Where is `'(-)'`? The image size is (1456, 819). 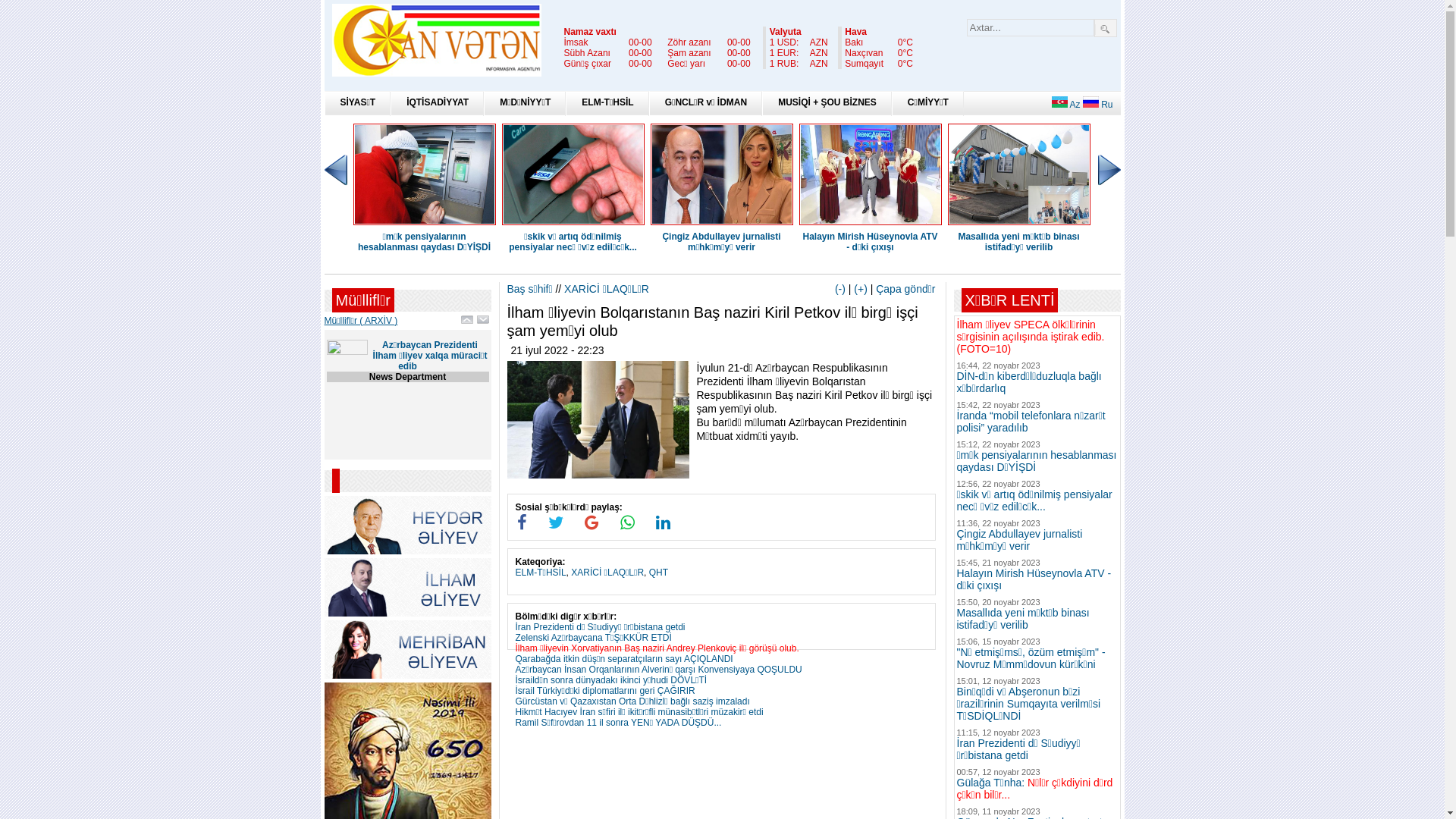 '(-)' is located at coordinates (839, 289).